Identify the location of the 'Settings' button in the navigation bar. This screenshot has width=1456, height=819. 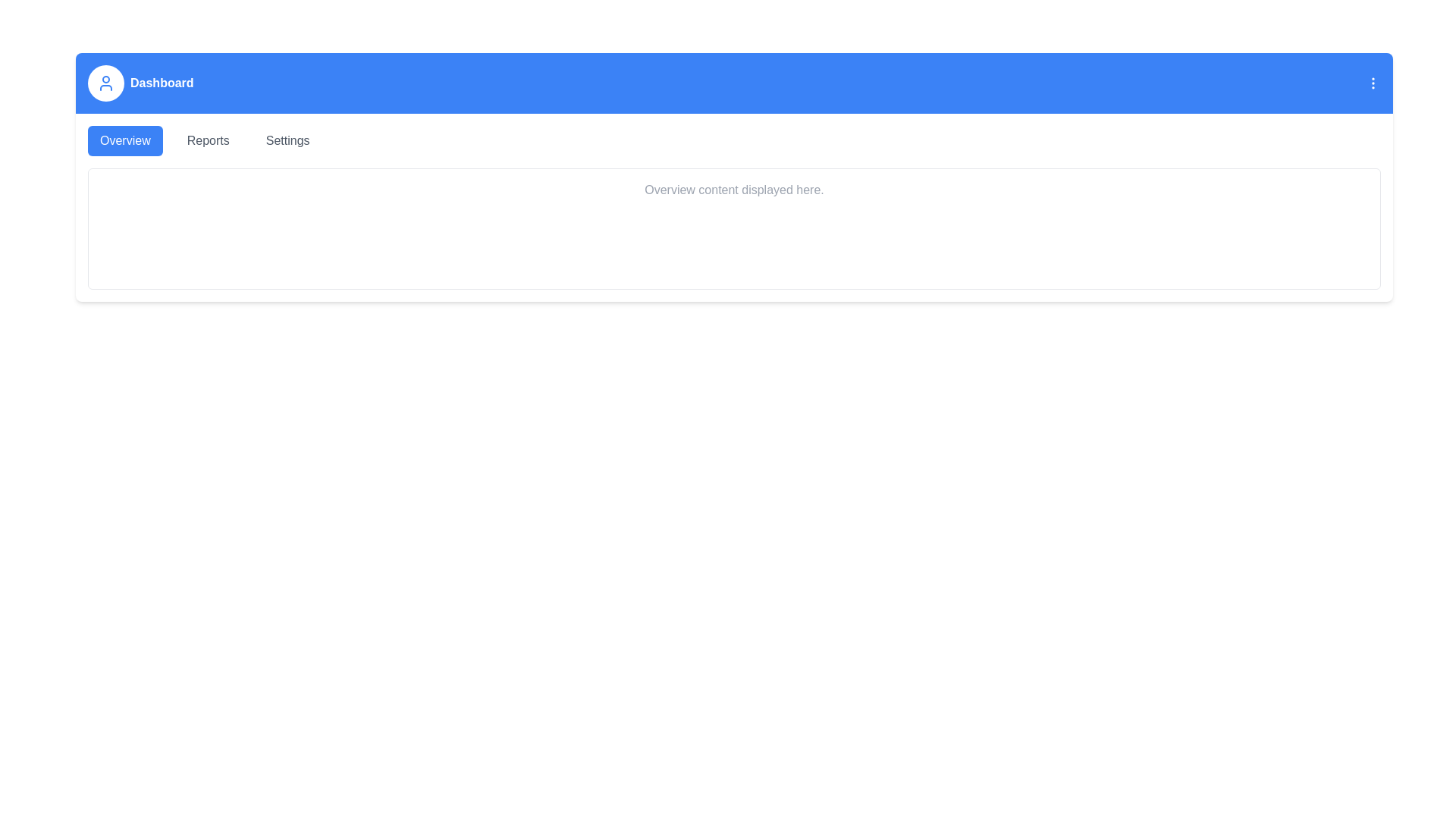
(287, 140).